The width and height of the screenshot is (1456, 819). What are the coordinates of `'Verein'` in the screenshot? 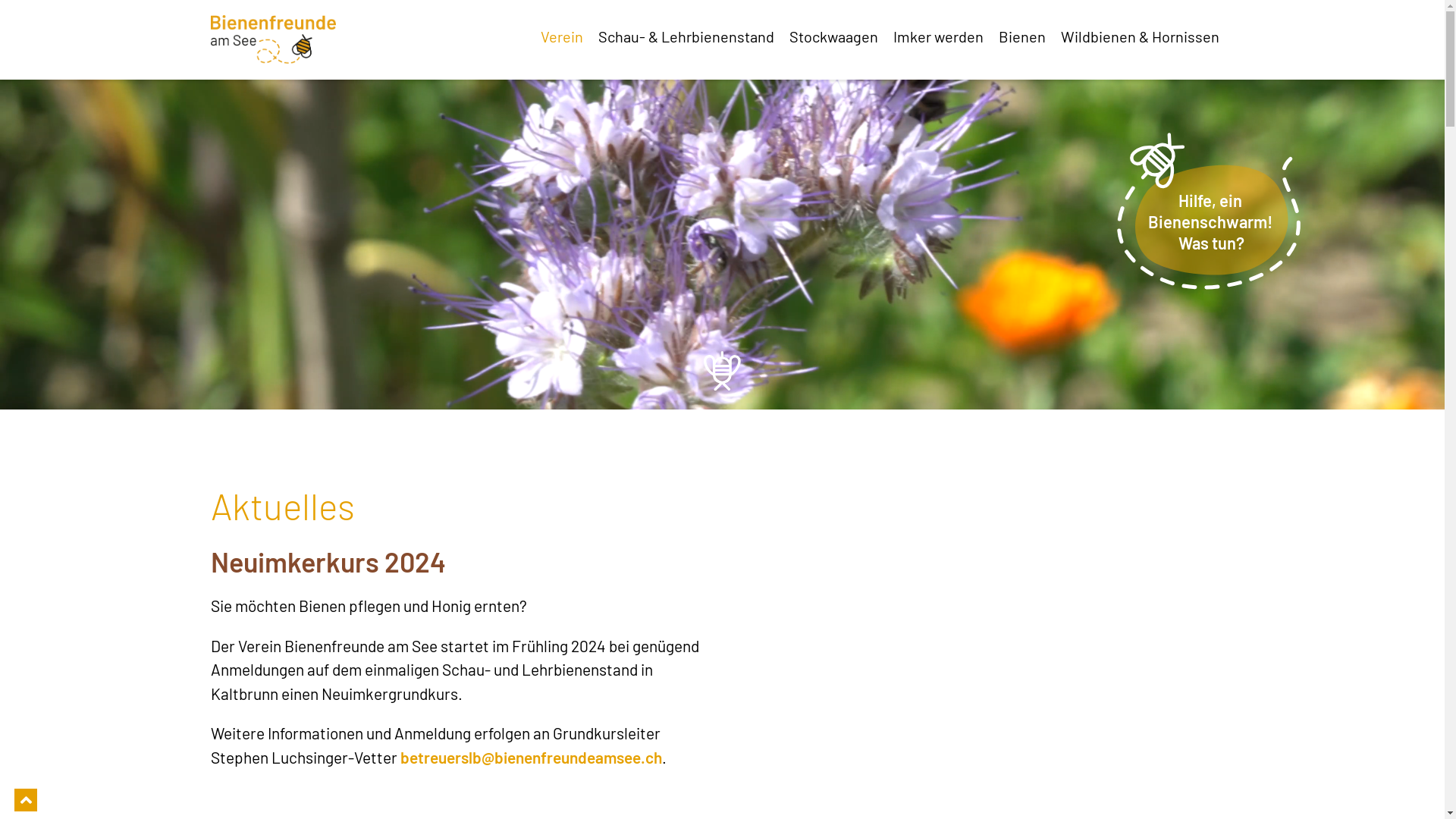 It's located at (567, 35).